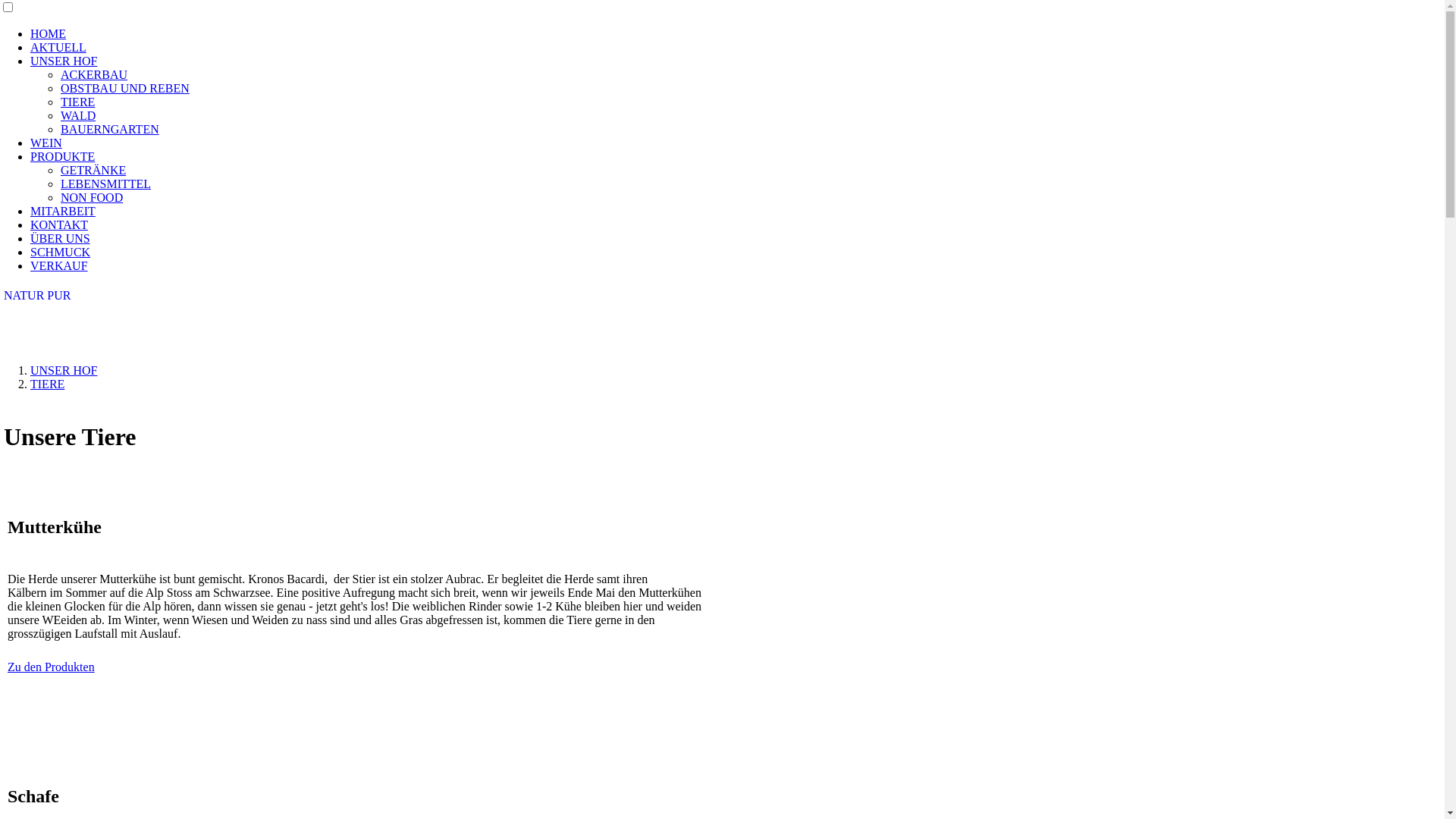  What do you see at coordinates (47, 383) in the screenshot?
I see `'TIERE'` at bounding box center [47, 383].